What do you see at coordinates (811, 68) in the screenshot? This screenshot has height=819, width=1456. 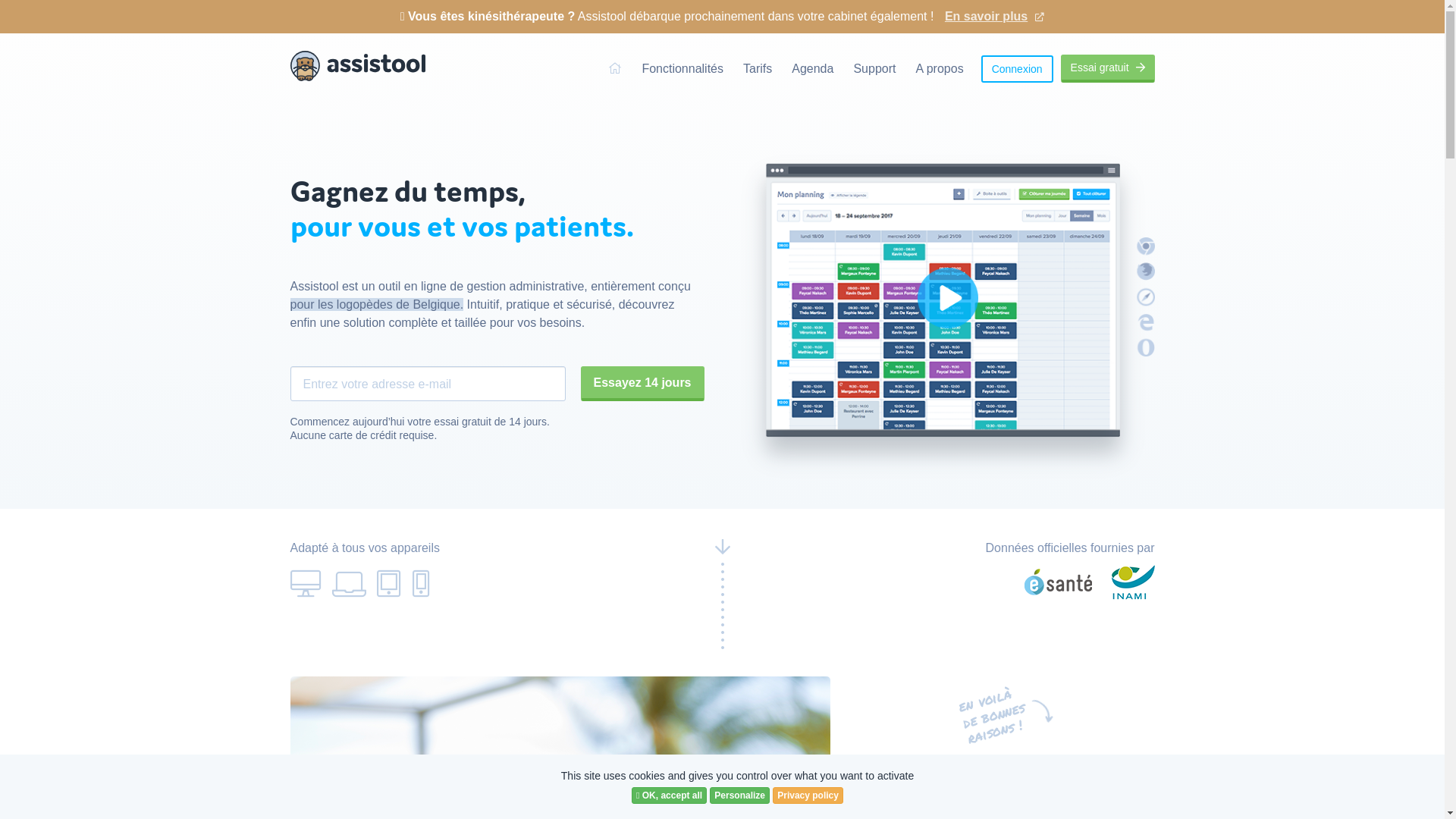 I see `'Agenda'` at bounding box center [811, 68].